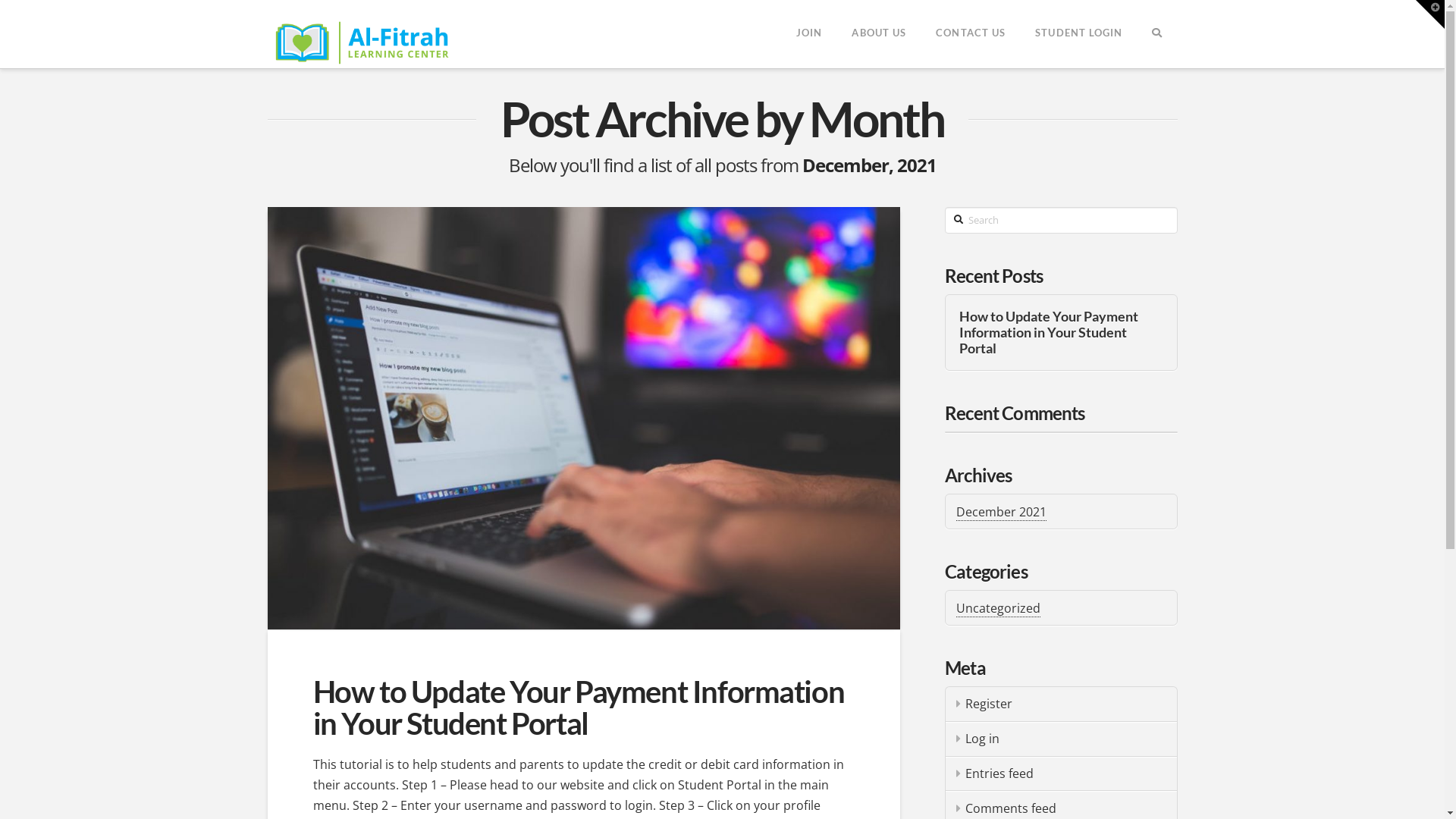 The image size is (1456, 819). I want to click on 'December 2021', so click(955, 512).